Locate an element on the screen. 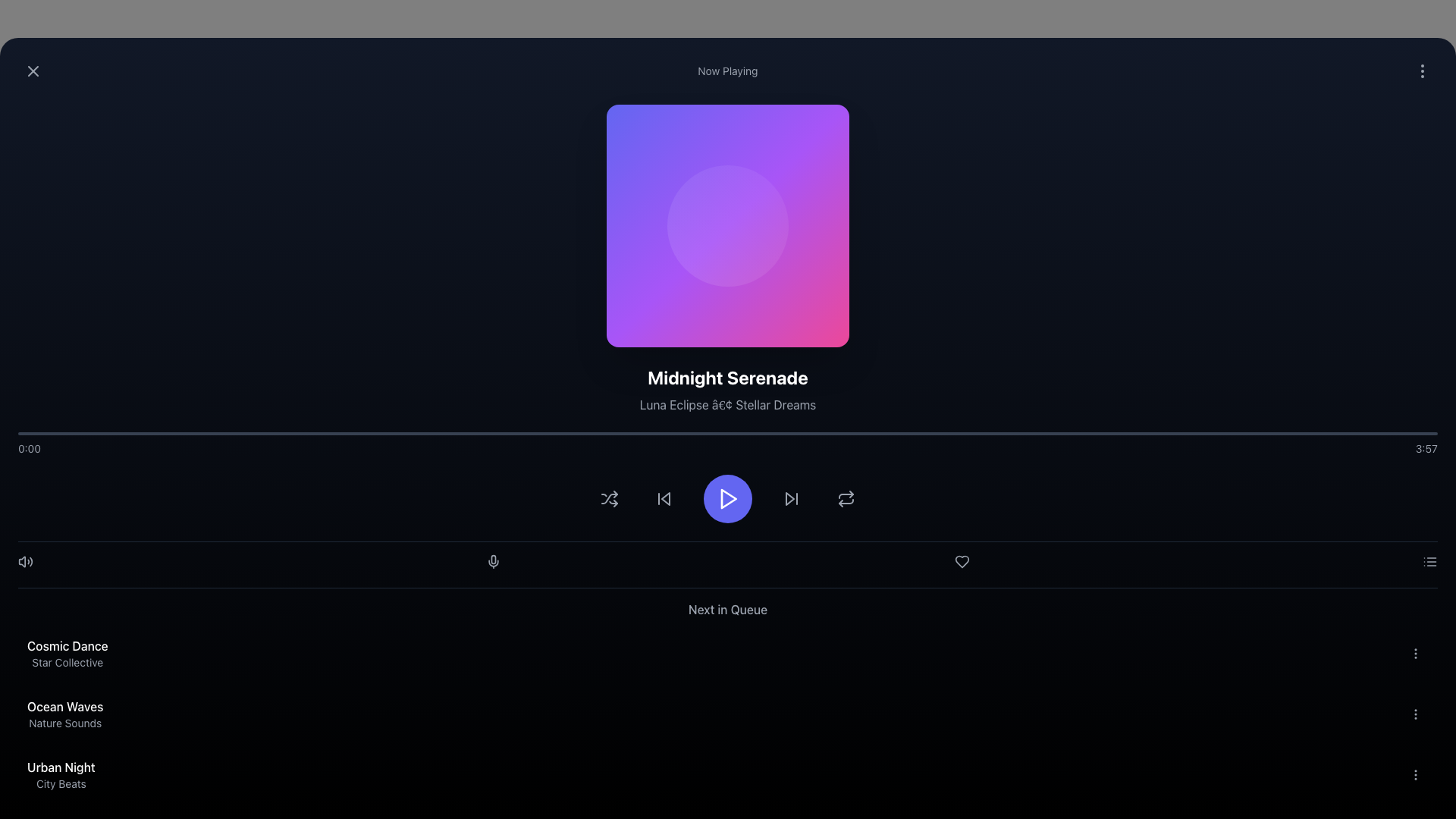  the button with a dark theme and a list icon located in the bottom-right corner of the interface is located at coordinates (1429, 561).